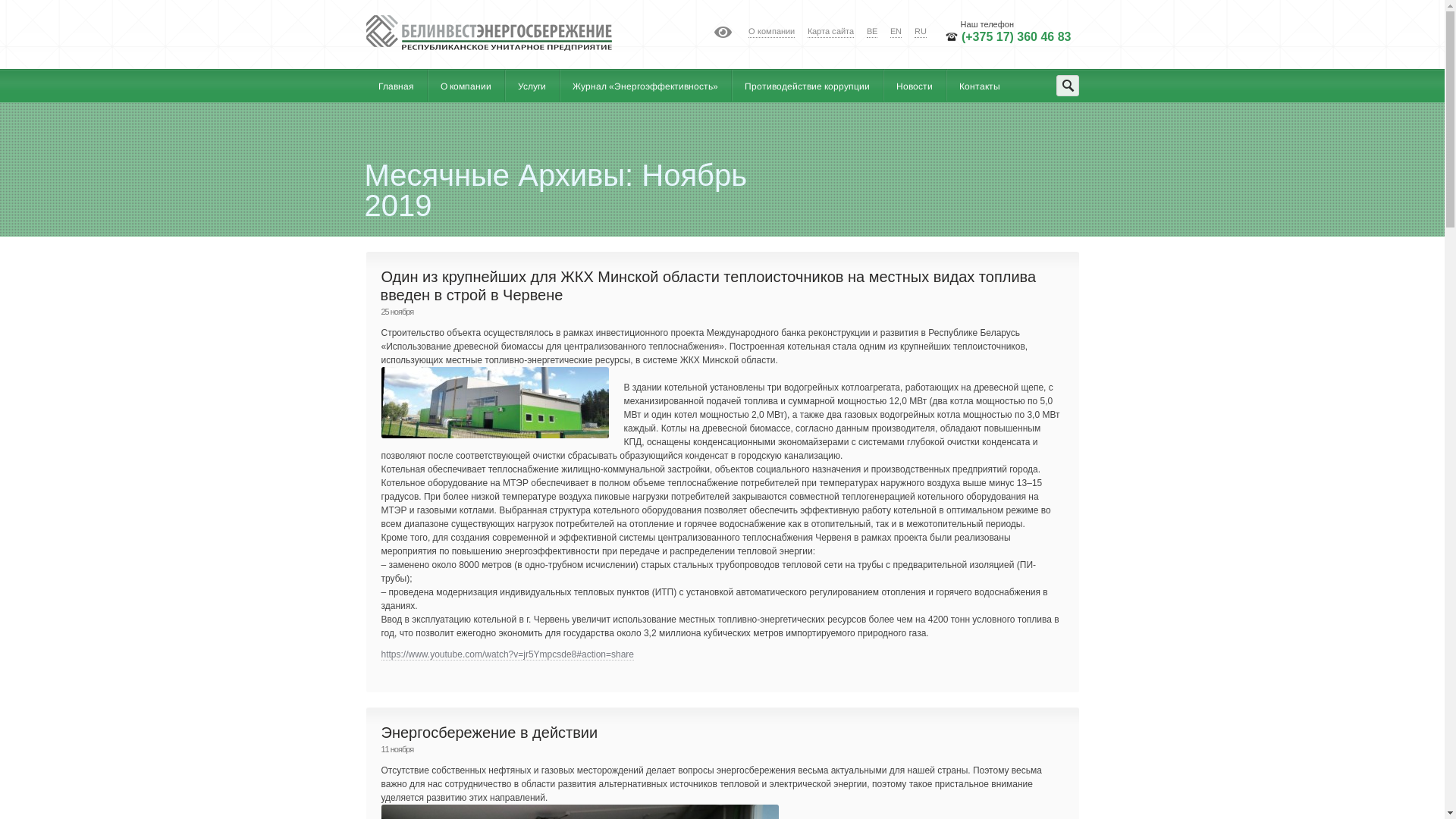 The height and width of the screenshot is (819, 1456). I want to click on 'RU', so click(920, 32).